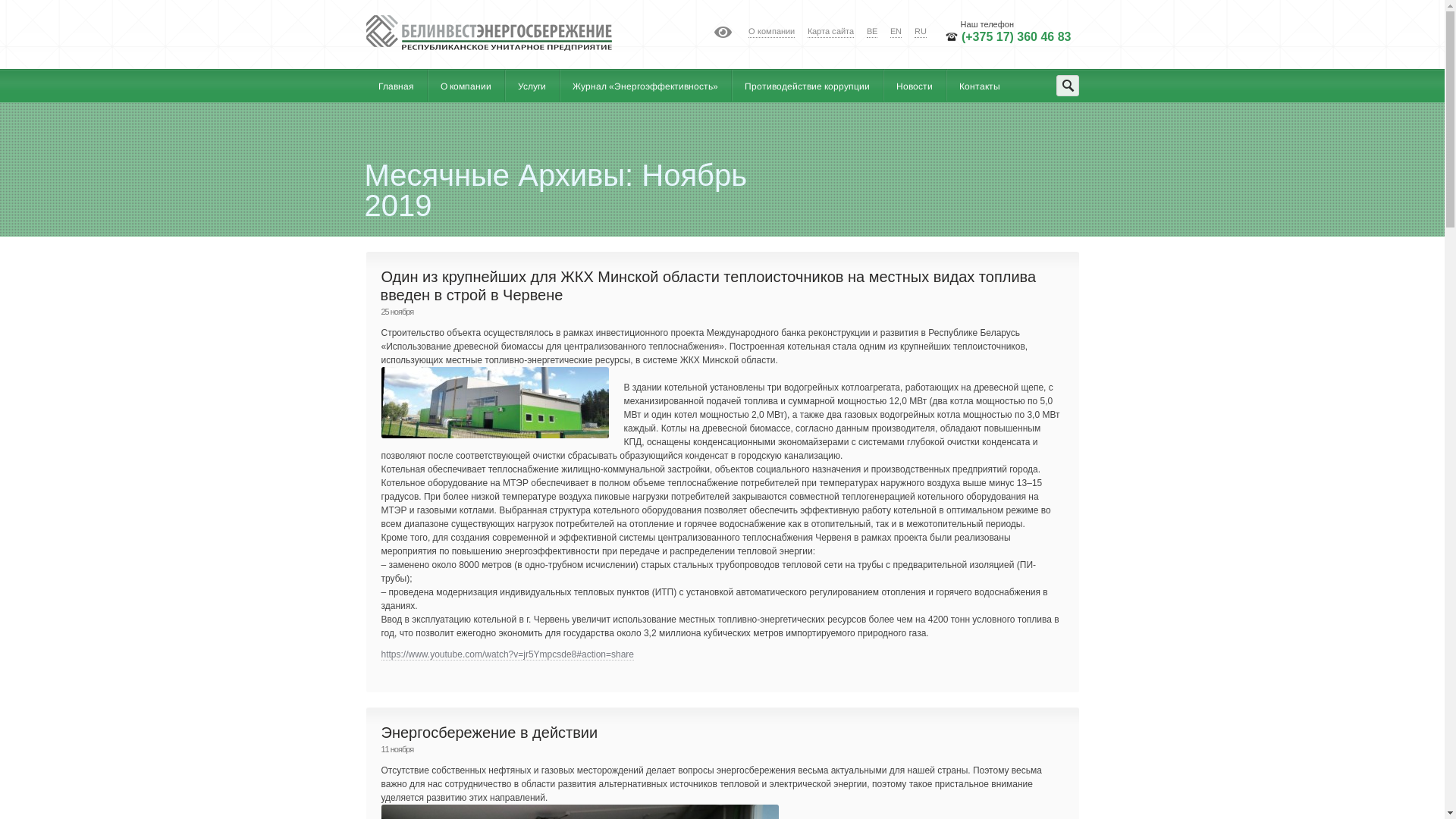 The height and width of the screenshot is (819, 1456). I want to click on 'RU', so click(920, 32).